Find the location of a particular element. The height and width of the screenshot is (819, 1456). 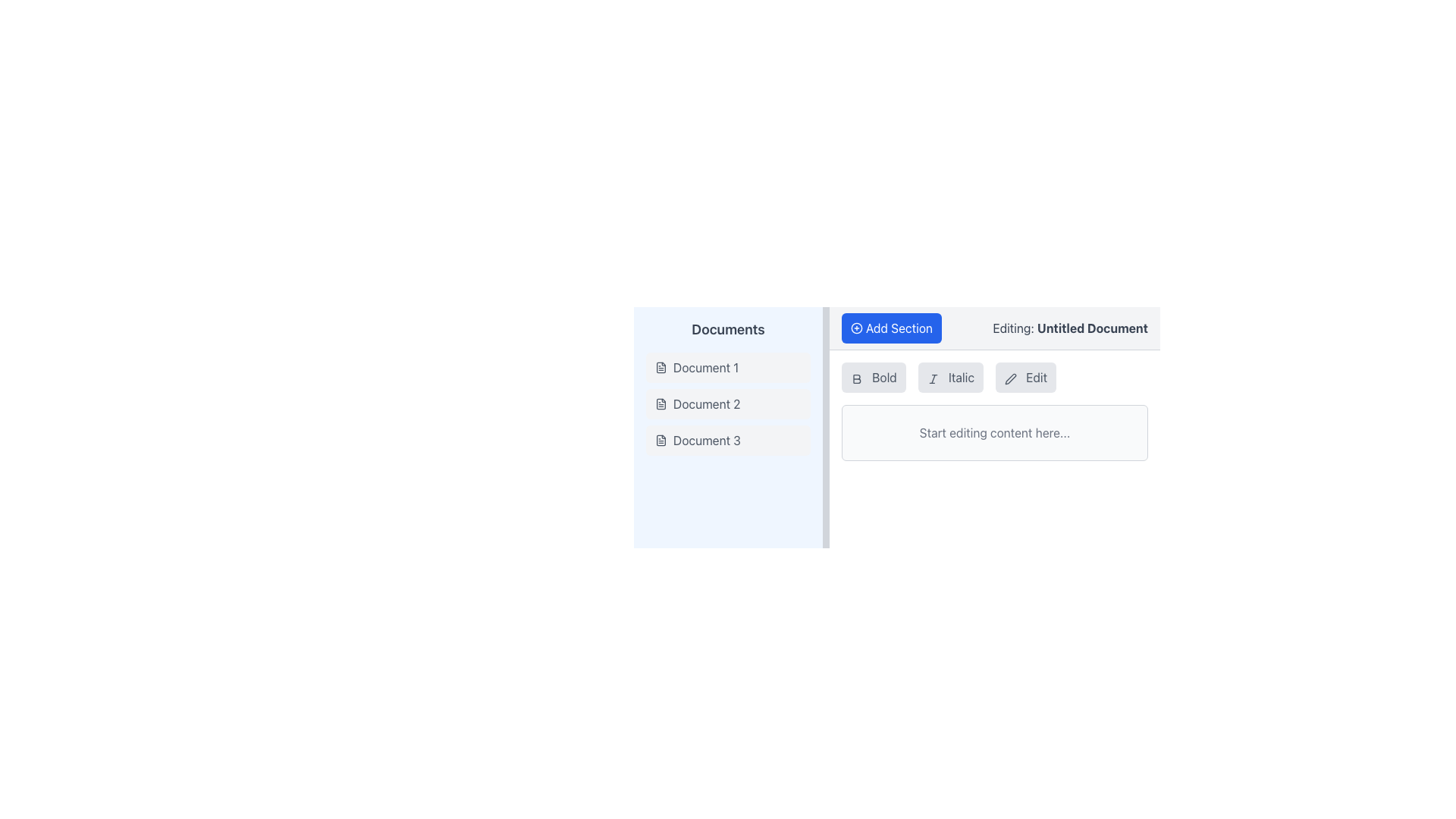

the small document icon located to the left of the 'Document 1' label, which features a file outline with a fold and text lines inside is located at coordinates (661, 368).